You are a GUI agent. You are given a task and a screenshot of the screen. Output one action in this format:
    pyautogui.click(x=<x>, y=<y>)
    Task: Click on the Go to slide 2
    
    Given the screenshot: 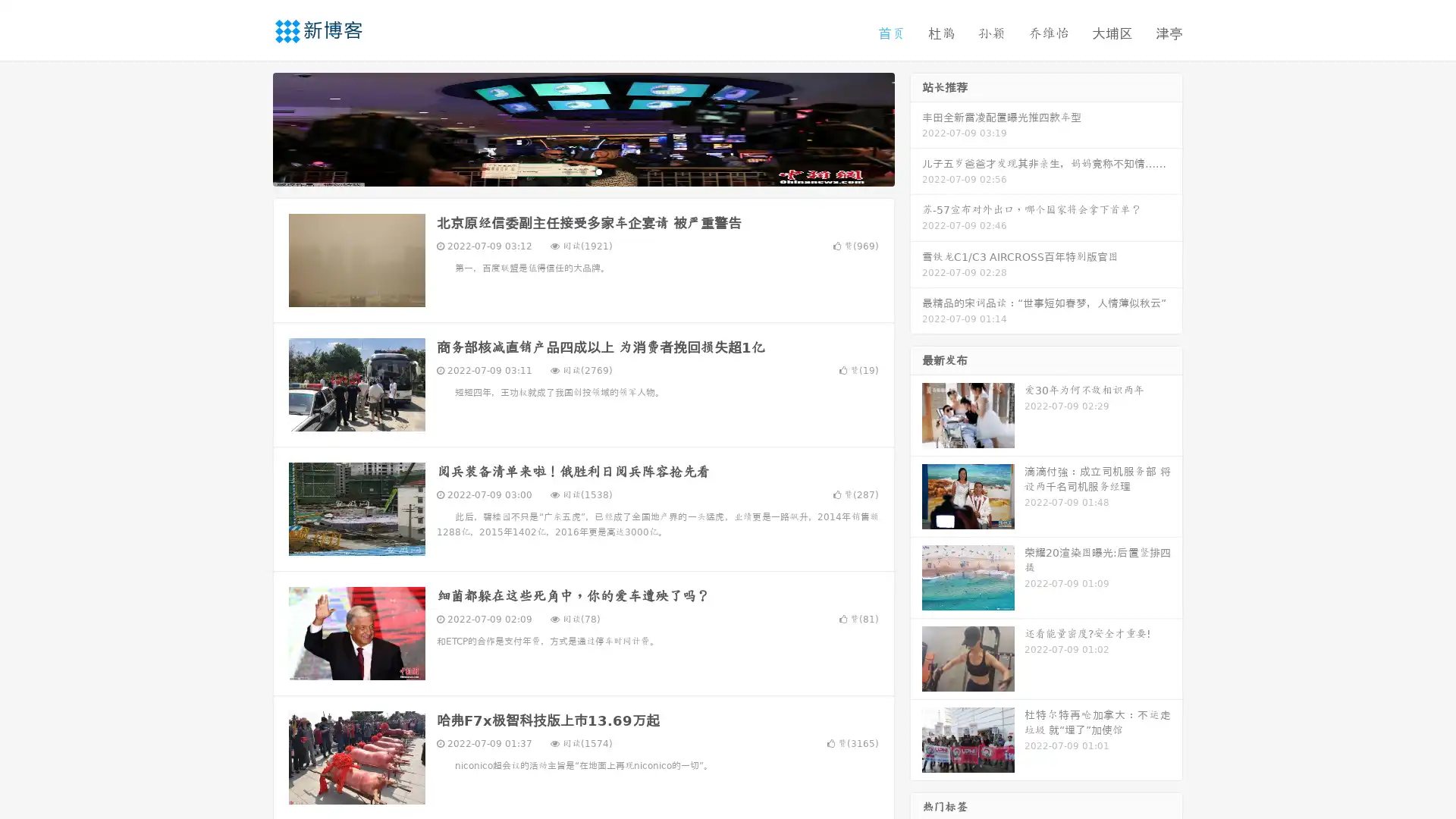 What is the action you would take?
    pyautogui.click(x=582, y=171)
    